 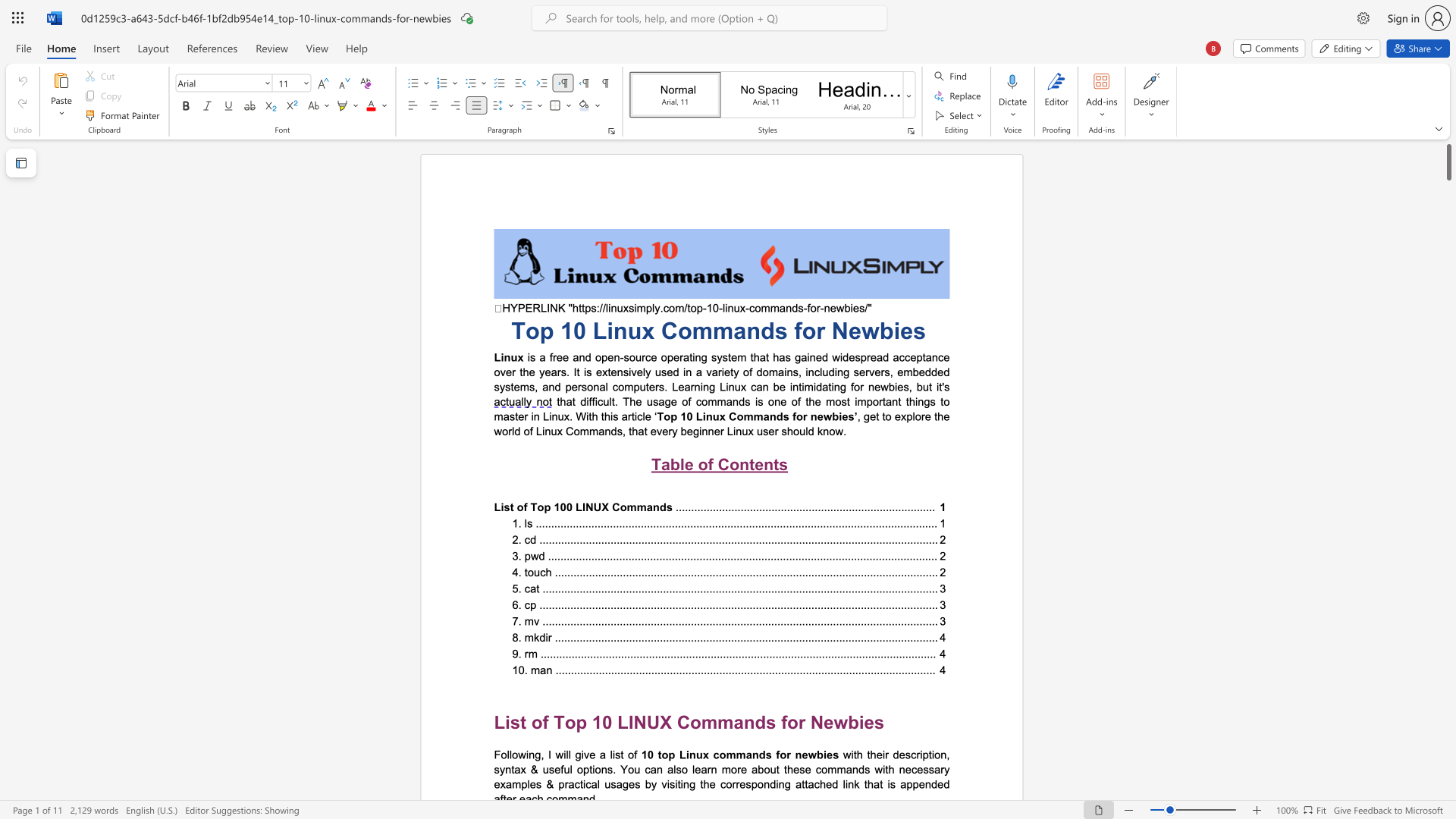 What do you see at coordinates (695, 307) in the screenshot?
I see `the subset text "p-10-linux-commands-for-" within the text "﷟HYPERLINK"` at bounding box center [695, 307].